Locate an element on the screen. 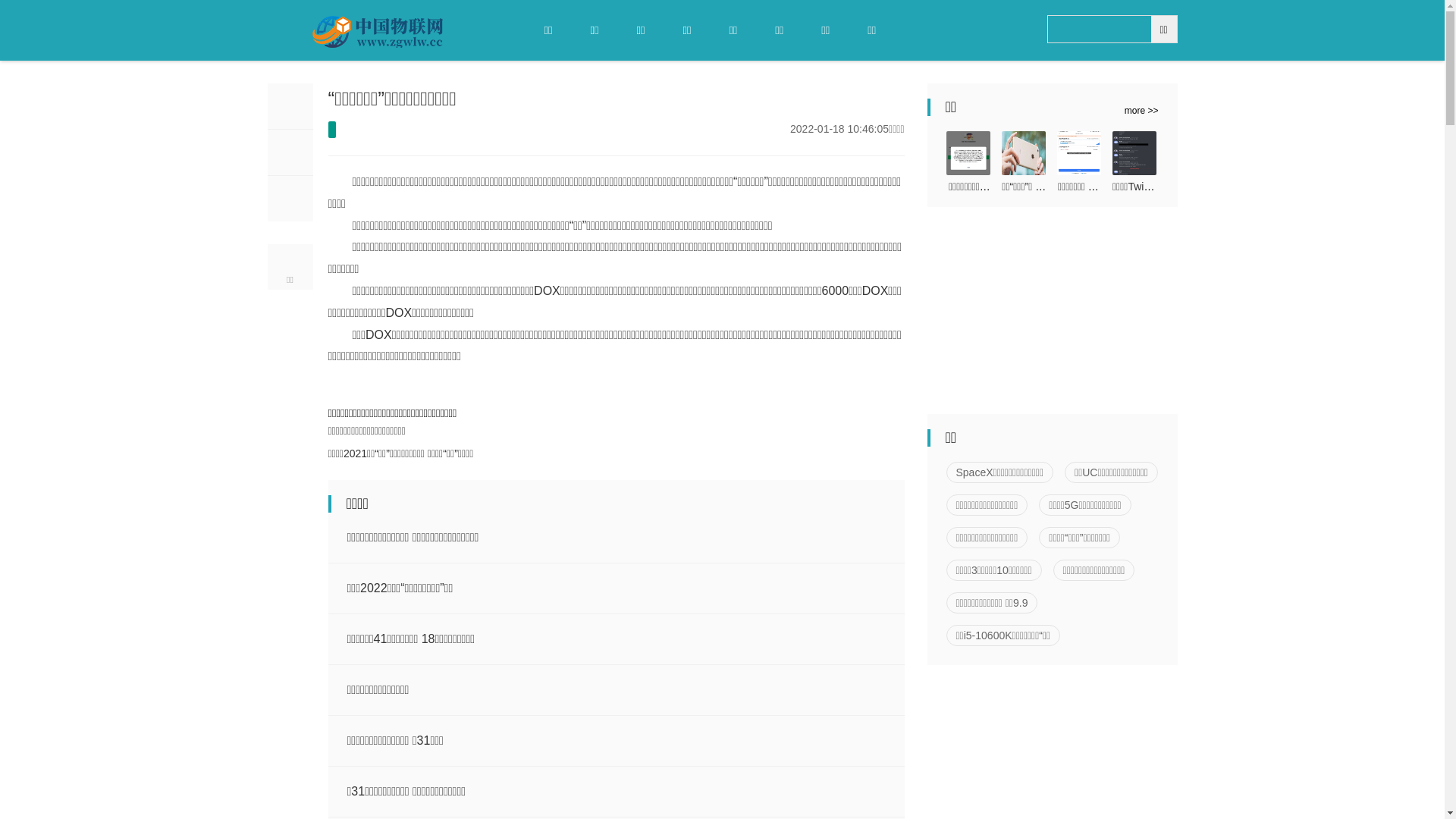 The height and width of the screenshot is (819, 1456). 'Advertisement' is located at coordinates (1040, 315).